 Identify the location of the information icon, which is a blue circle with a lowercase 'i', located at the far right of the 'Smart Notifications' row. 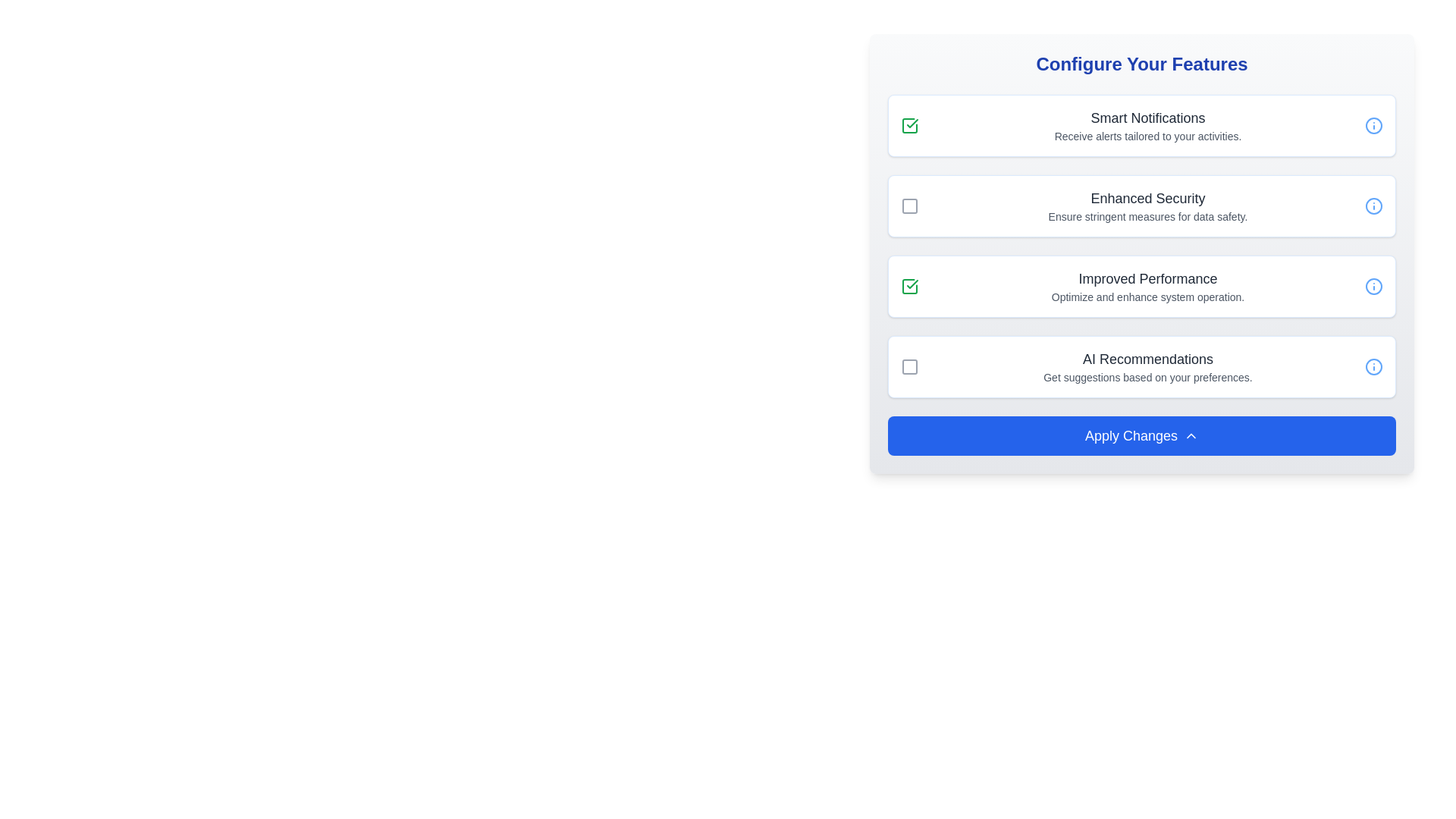
(1373, 124).